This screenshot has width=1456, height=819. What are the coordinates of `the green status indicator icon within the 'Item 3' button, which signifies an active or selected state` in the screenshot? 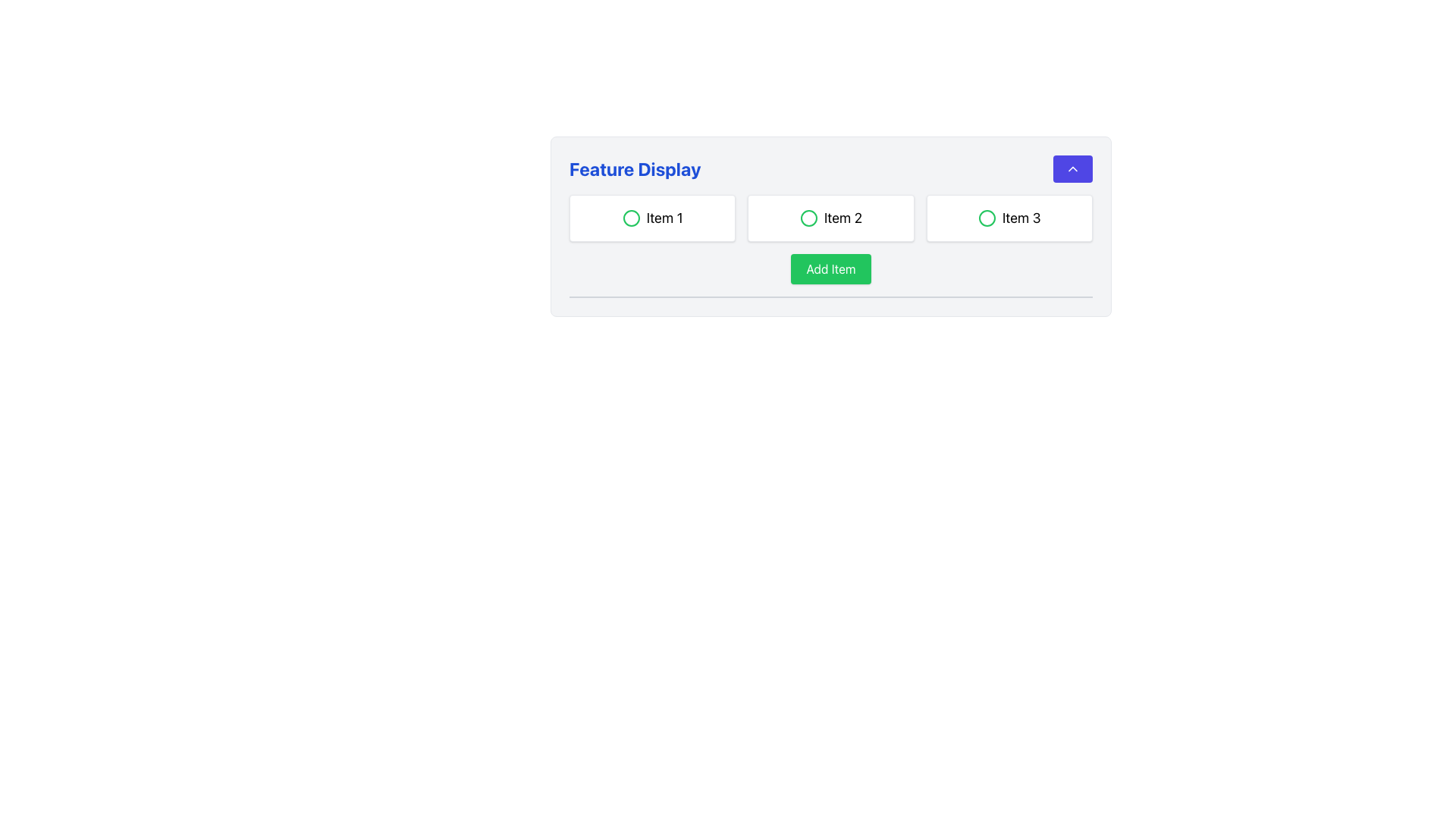 It's located at (987, 218).